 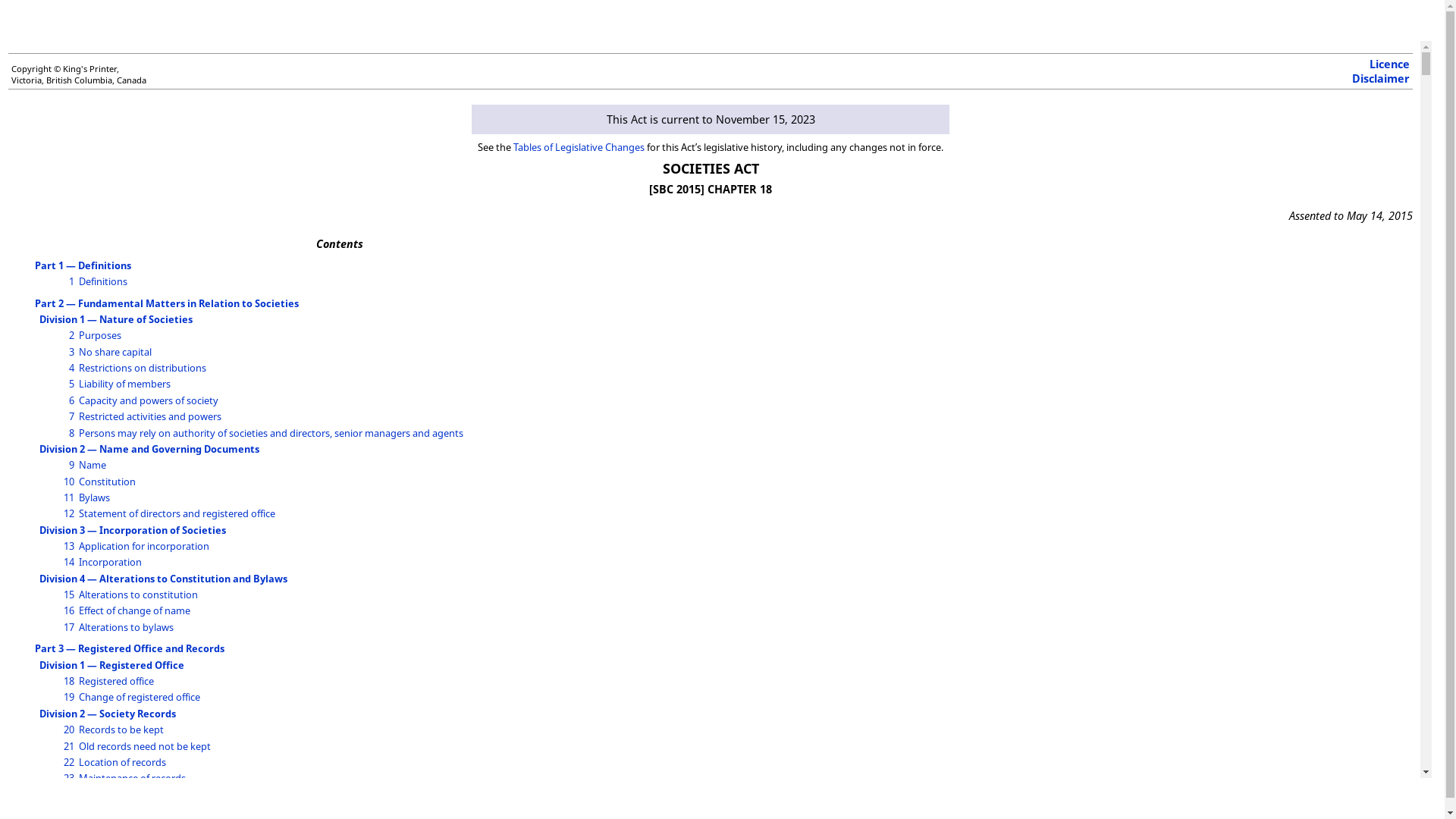 I want to click on 'Change of registered office', so click(x=139, y=696).